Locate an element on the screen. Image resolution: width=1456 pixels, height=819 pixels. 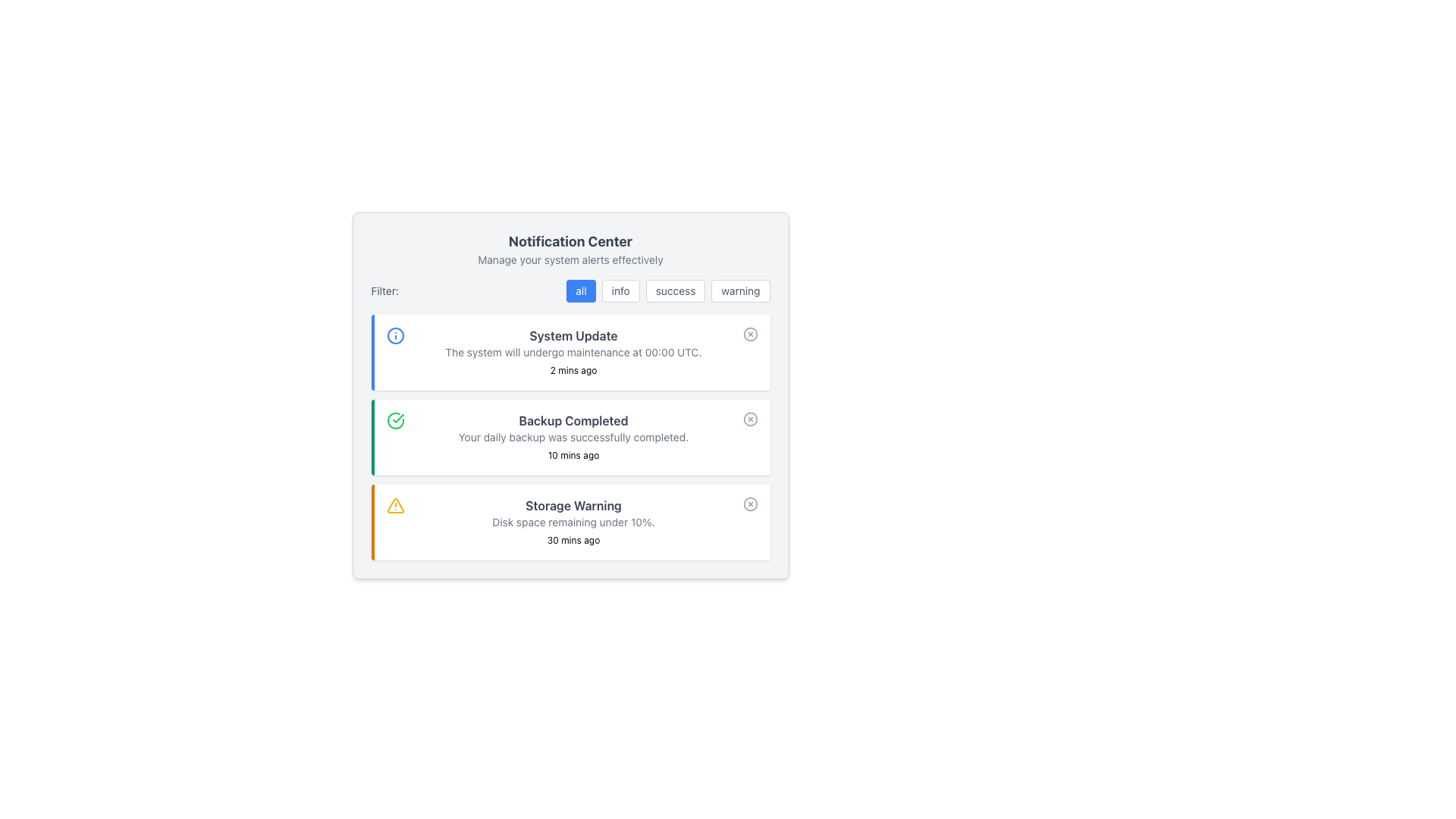
the first notification card in the Notification Center which informs users about the system maintenance is located at coordinates (573, 353).